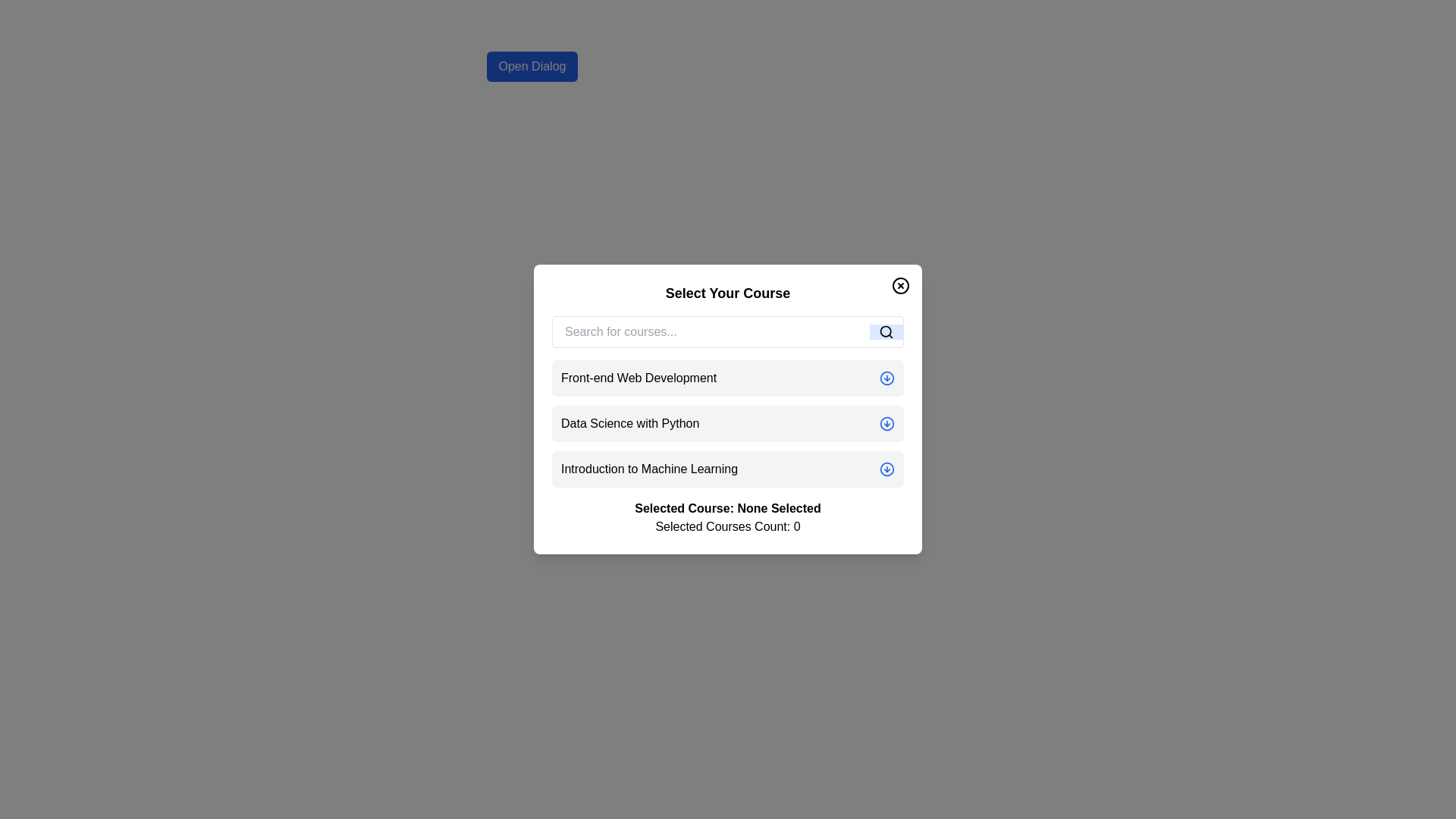 The height and width of the screenshot is (819, 1456). I want to click on the static text label displaying the course name 'Front-end Web Development' which is the first item in the list of selectable courses, so click(639, 377).